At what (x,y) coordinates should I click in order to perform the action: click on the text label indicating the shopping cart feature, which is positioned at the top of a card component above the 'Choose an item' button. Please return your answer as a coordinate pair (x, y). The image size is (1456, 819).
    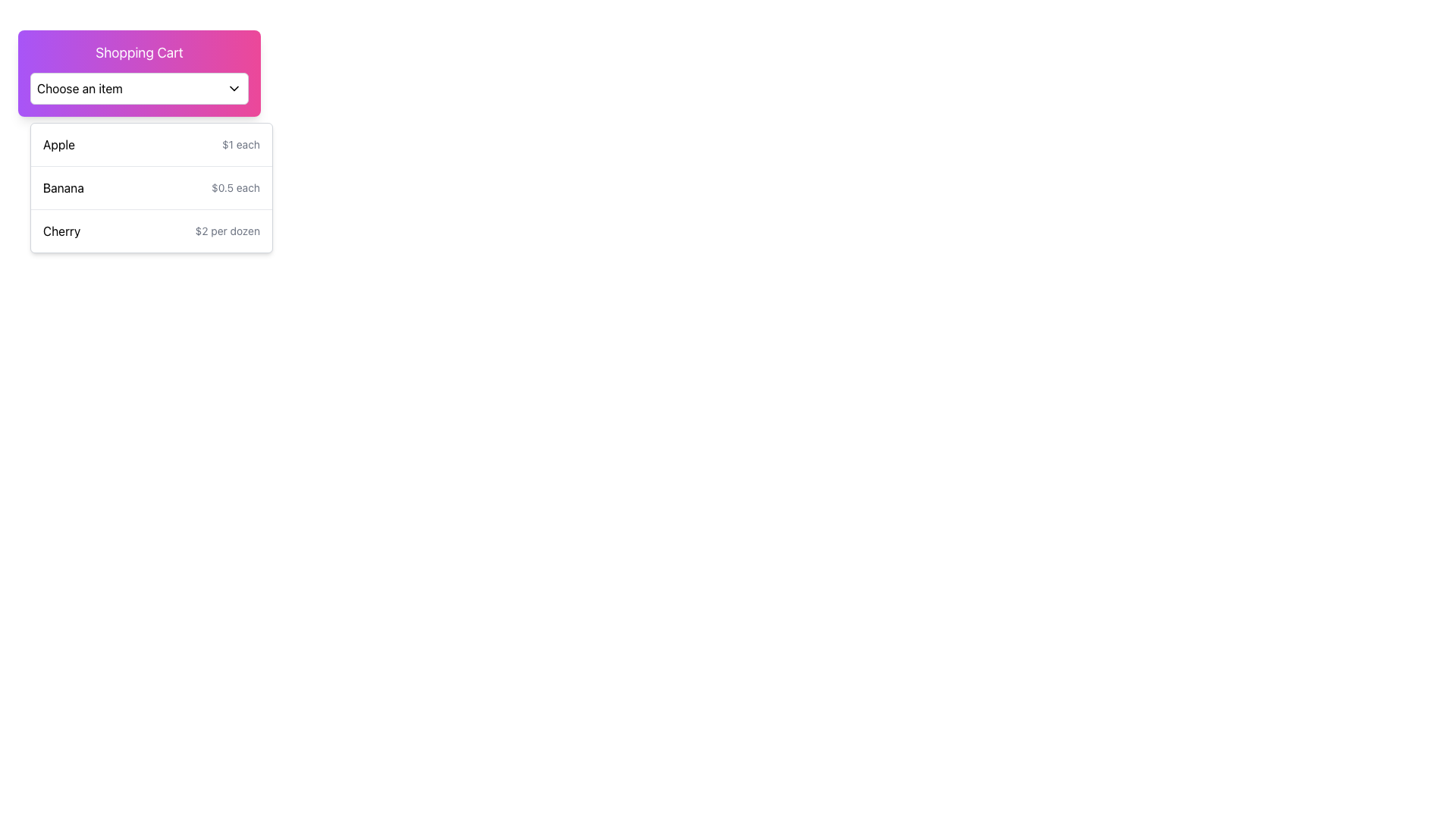
    Looking at the image, I should click on (139, 52).